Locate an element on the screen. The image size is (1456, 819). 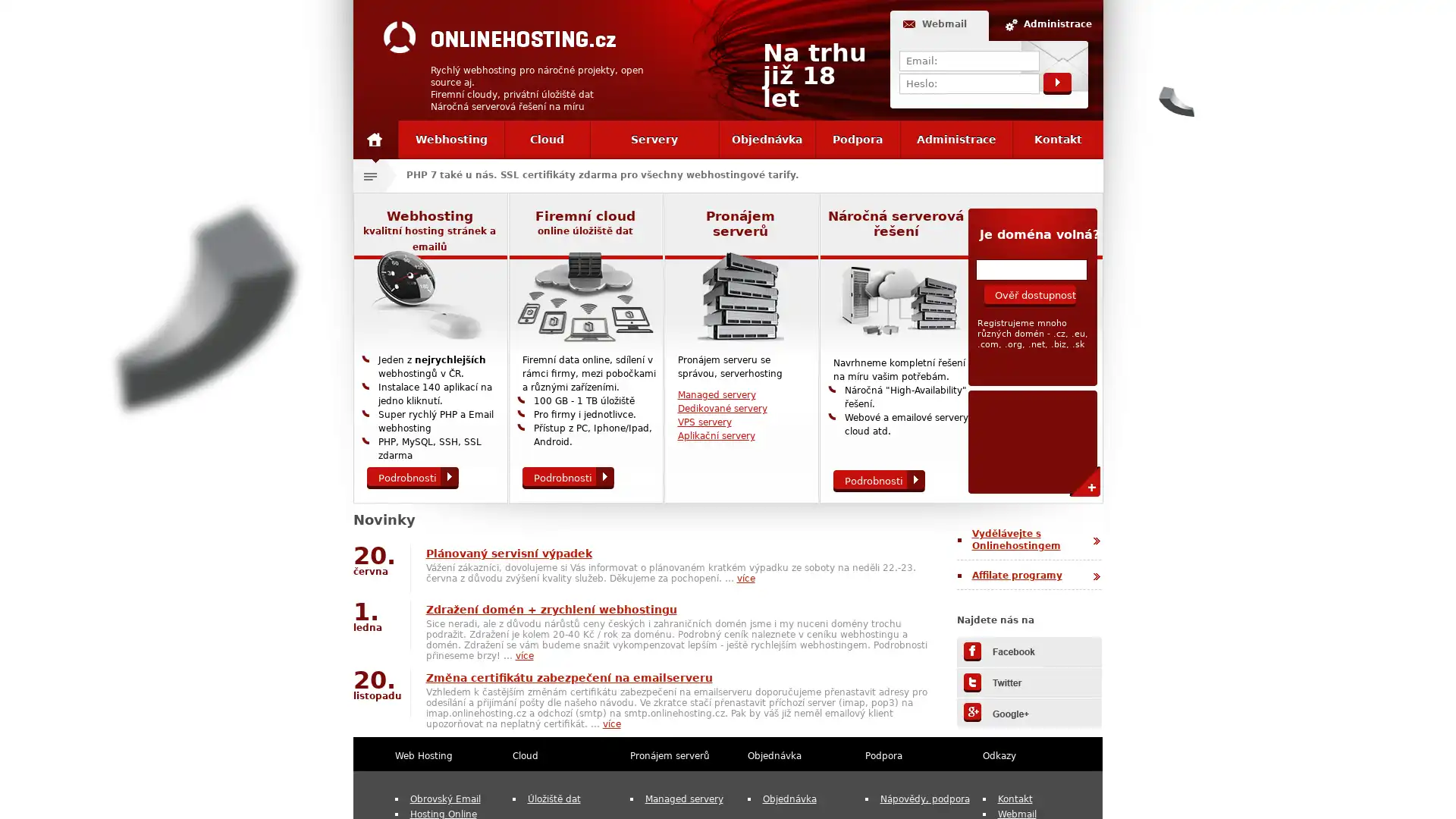
Over dostupnost is located at coordinates (1029, 295).